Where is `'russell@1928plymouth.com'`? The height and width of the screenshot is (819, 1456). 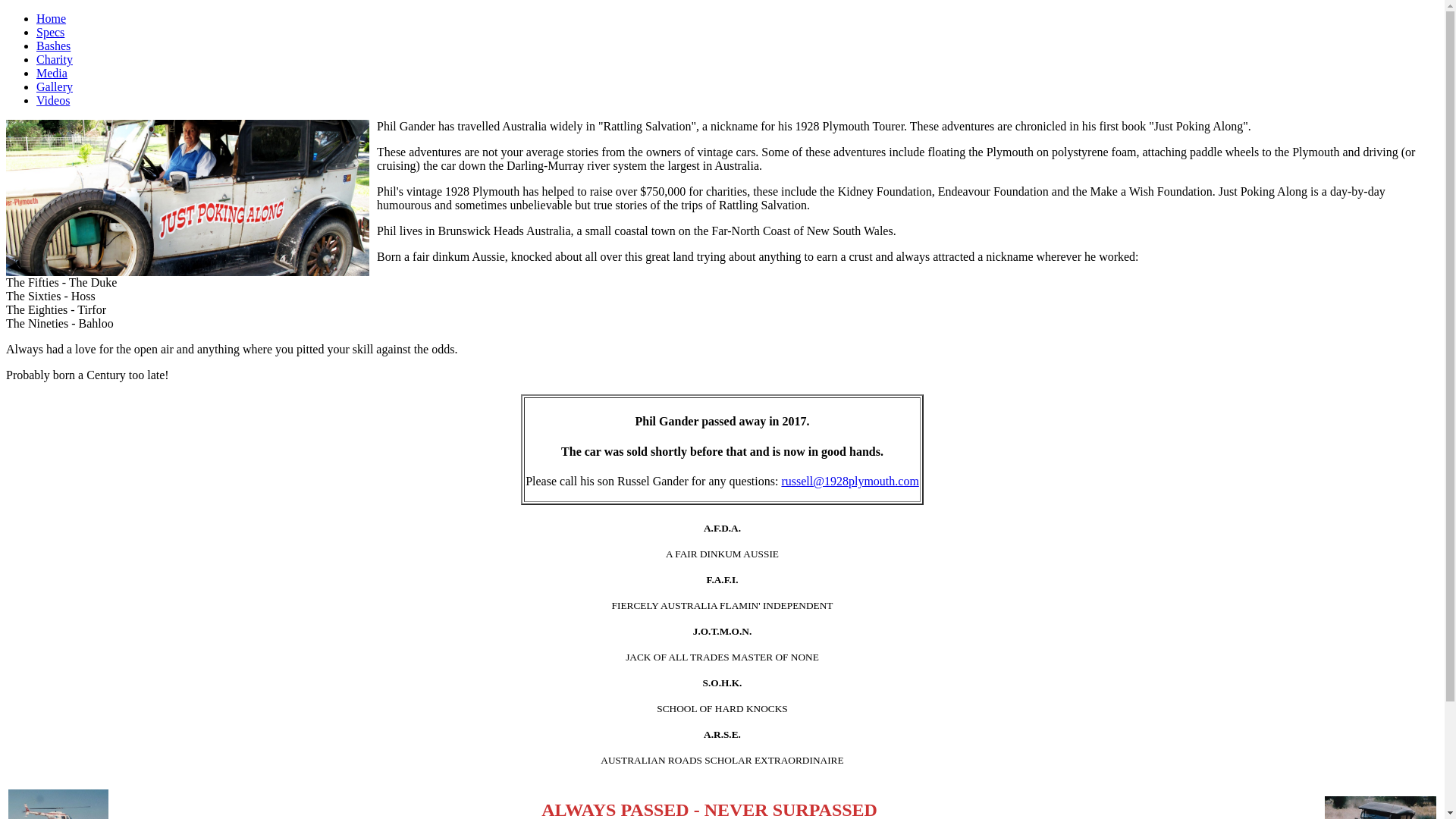
'russell@1928plymouth.com' is located at coordinates (849, 481).